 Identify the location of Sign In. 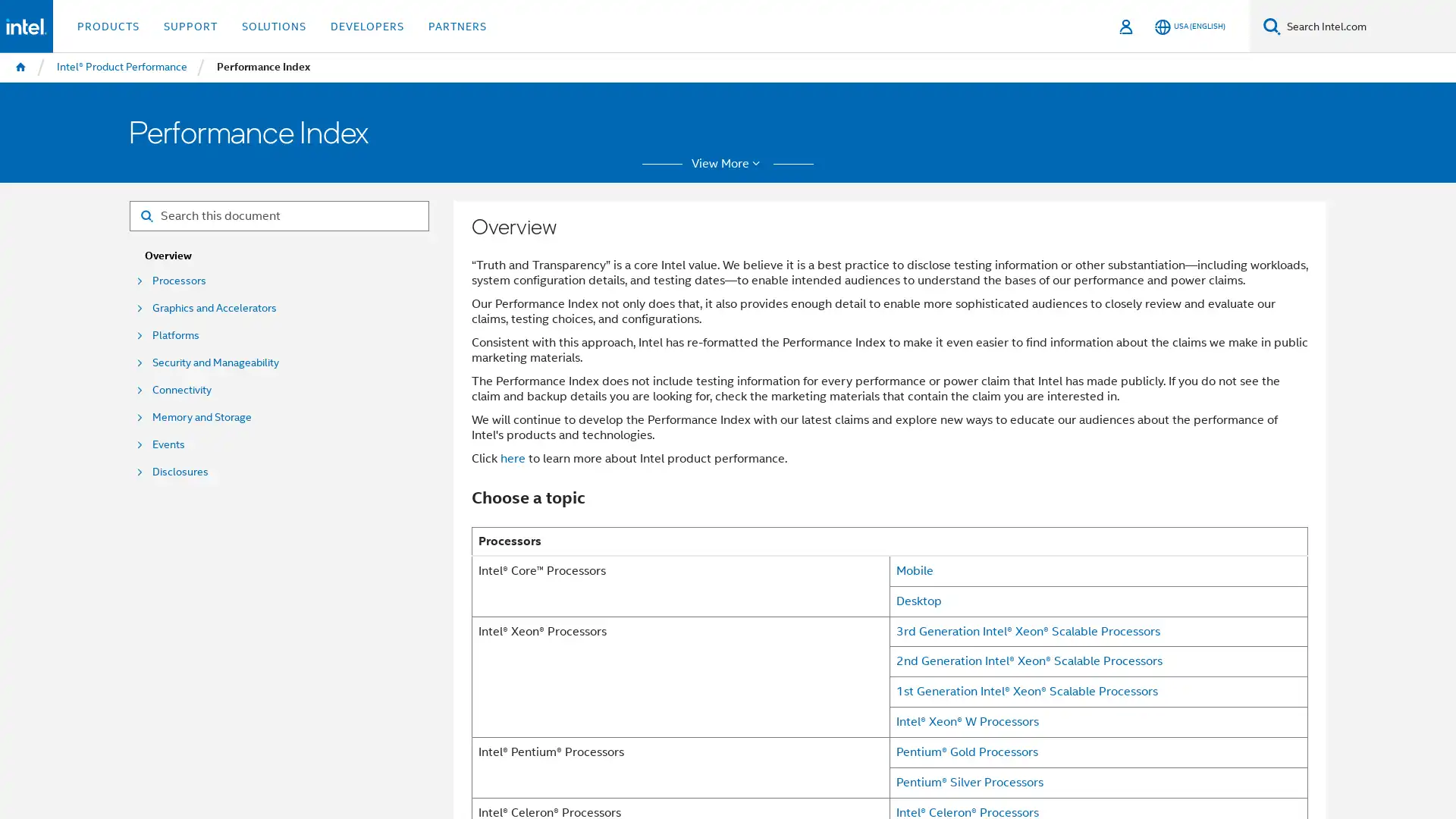
(1125, 26).